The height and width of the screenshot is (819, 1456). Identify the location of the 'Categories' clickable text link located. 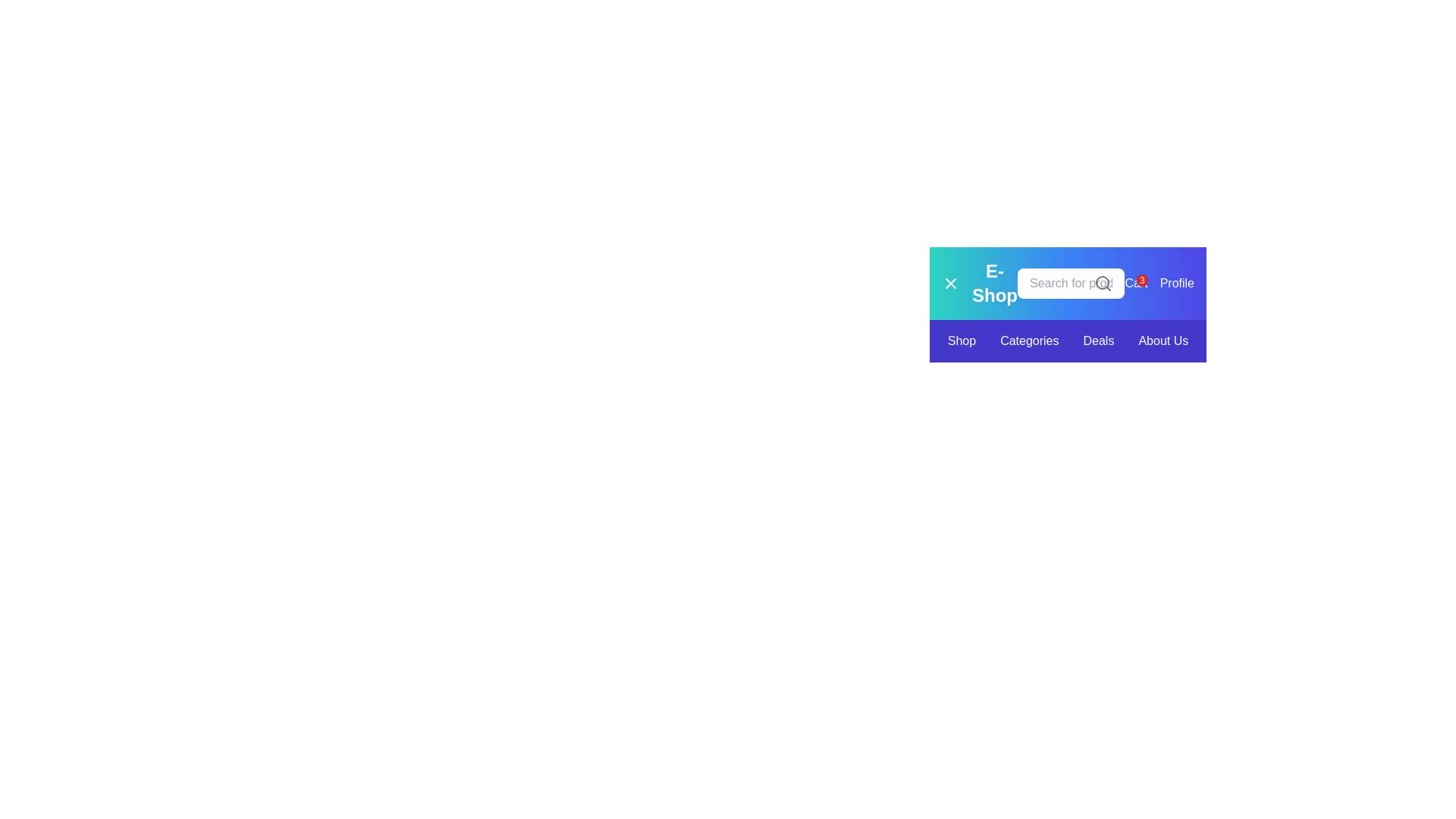
(1029, 341).